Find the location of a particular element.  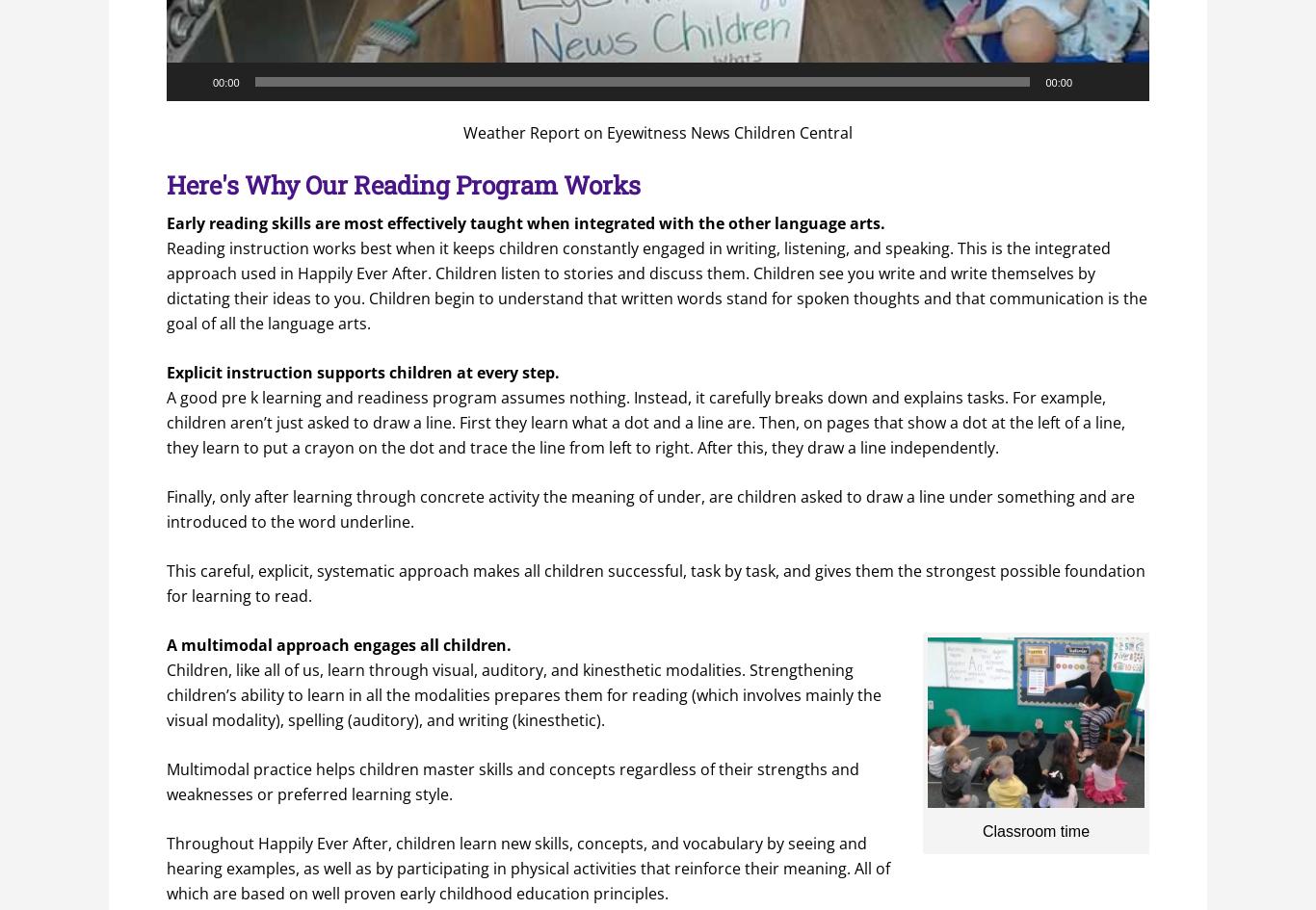

'Throughout Happily Ever After, children learn new skills, concepts, and vocabulary by seeing and hearing examples, as well as by participating in physical activities that reinforce their meaning. All of which are based on well proven early childhood education principles.' is located at coordinates (528, 866).